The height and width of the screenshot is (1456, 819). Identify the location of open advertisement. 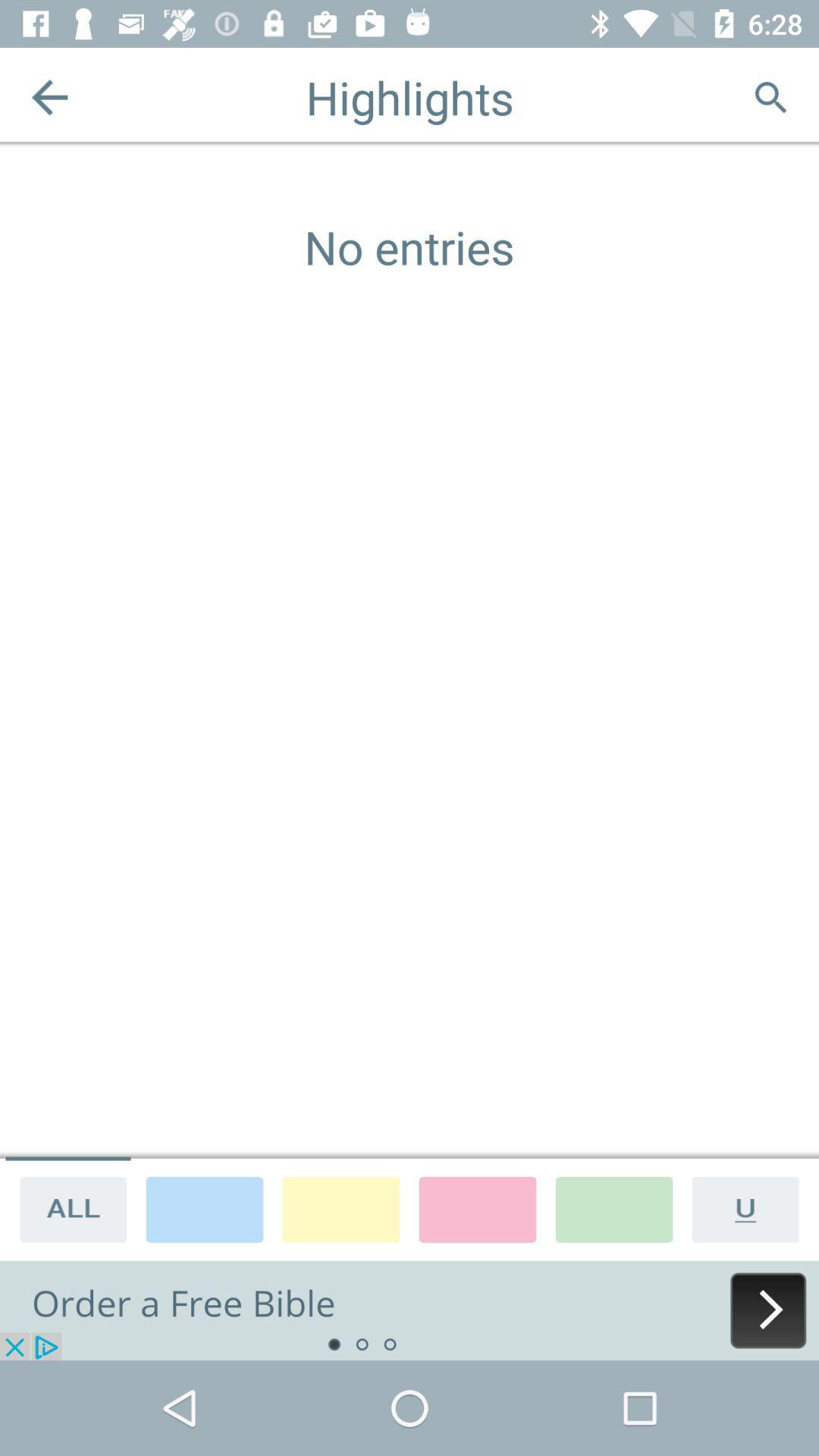
(409, 1310).